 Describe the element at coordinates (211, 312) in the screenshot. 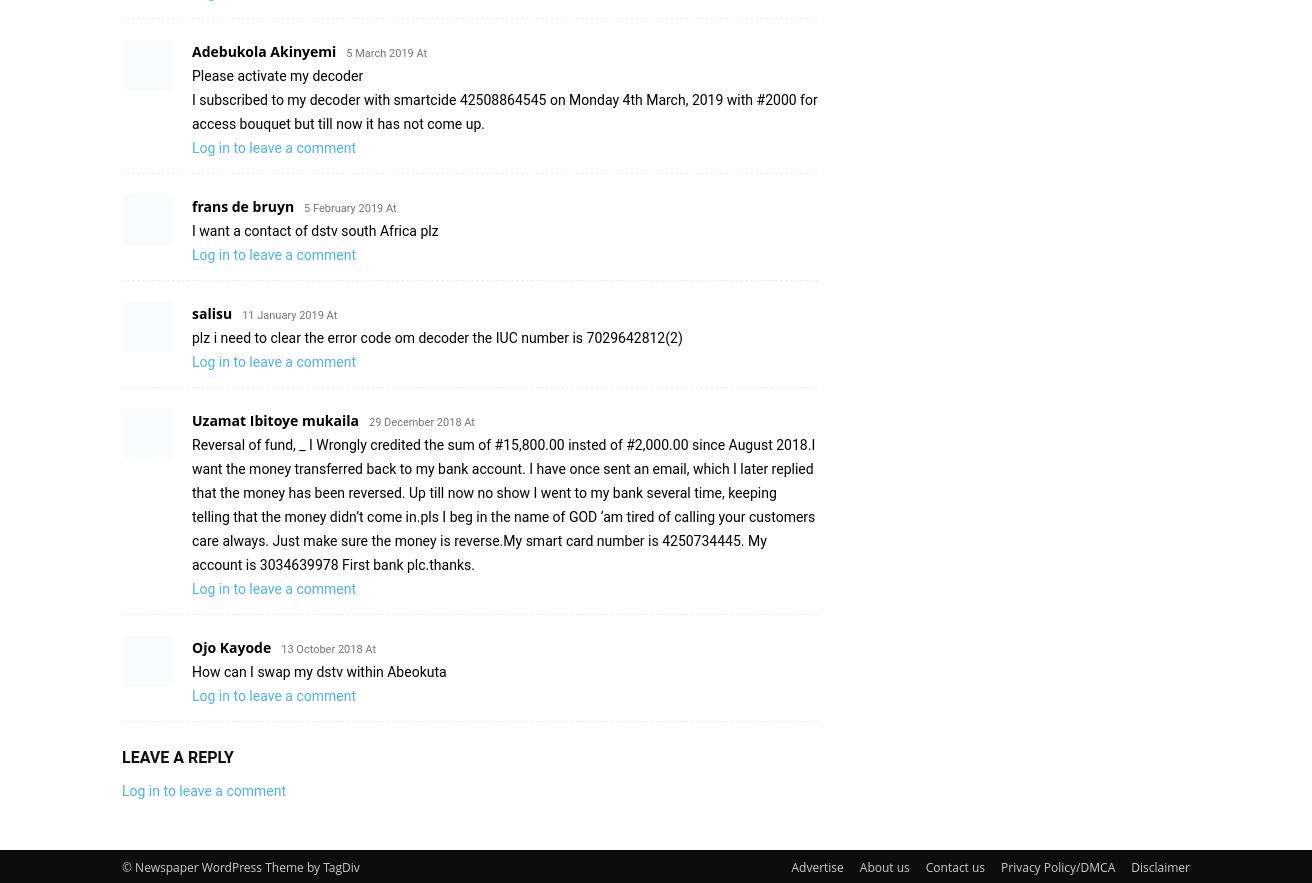

I see `'salisu'` at that location.